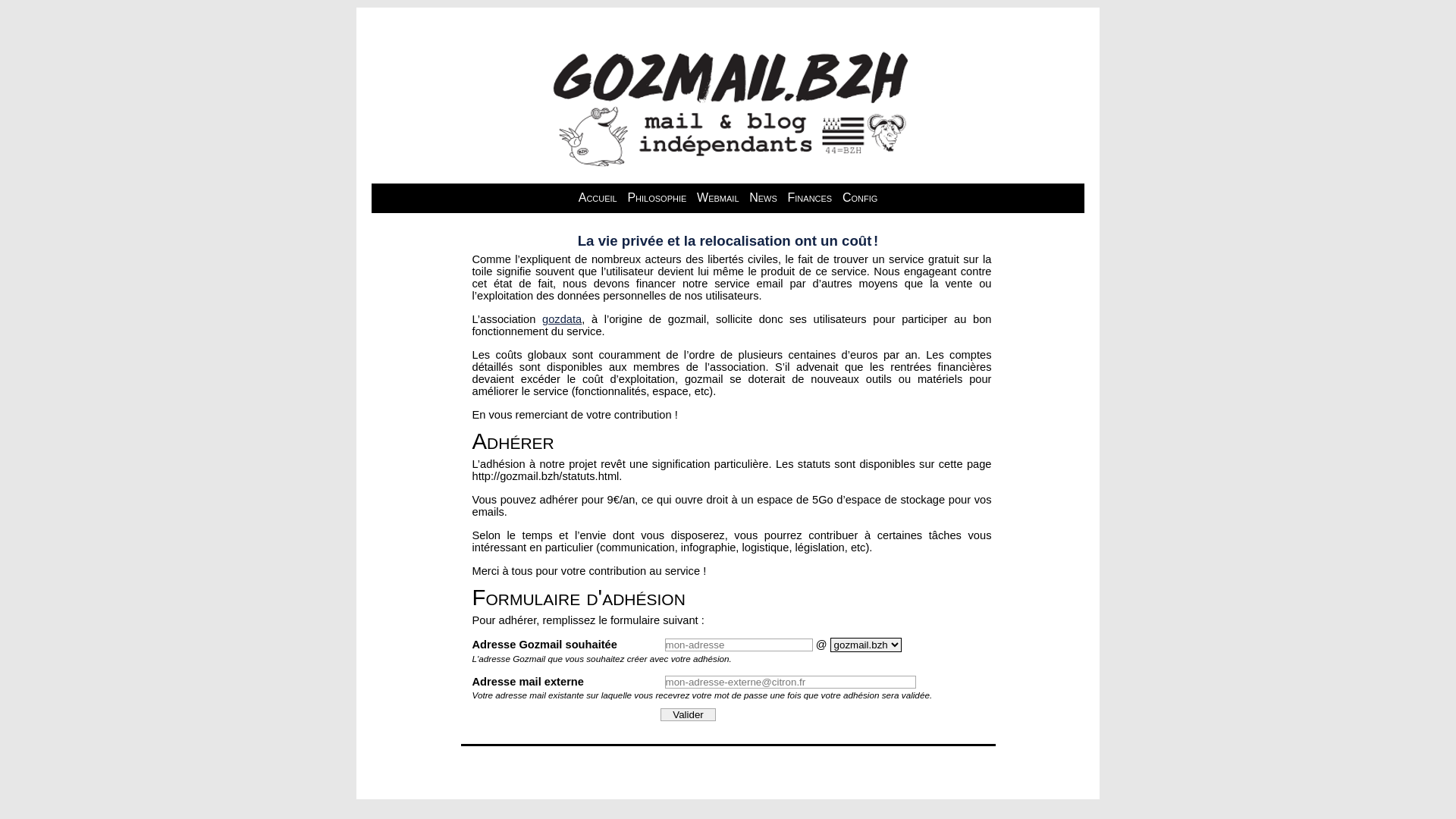 This screenshot has width=1456, height=819. What do you see at coordinates (859, 196) in the screenshot?
I see `'Config'` at bounding box center [859, 196].